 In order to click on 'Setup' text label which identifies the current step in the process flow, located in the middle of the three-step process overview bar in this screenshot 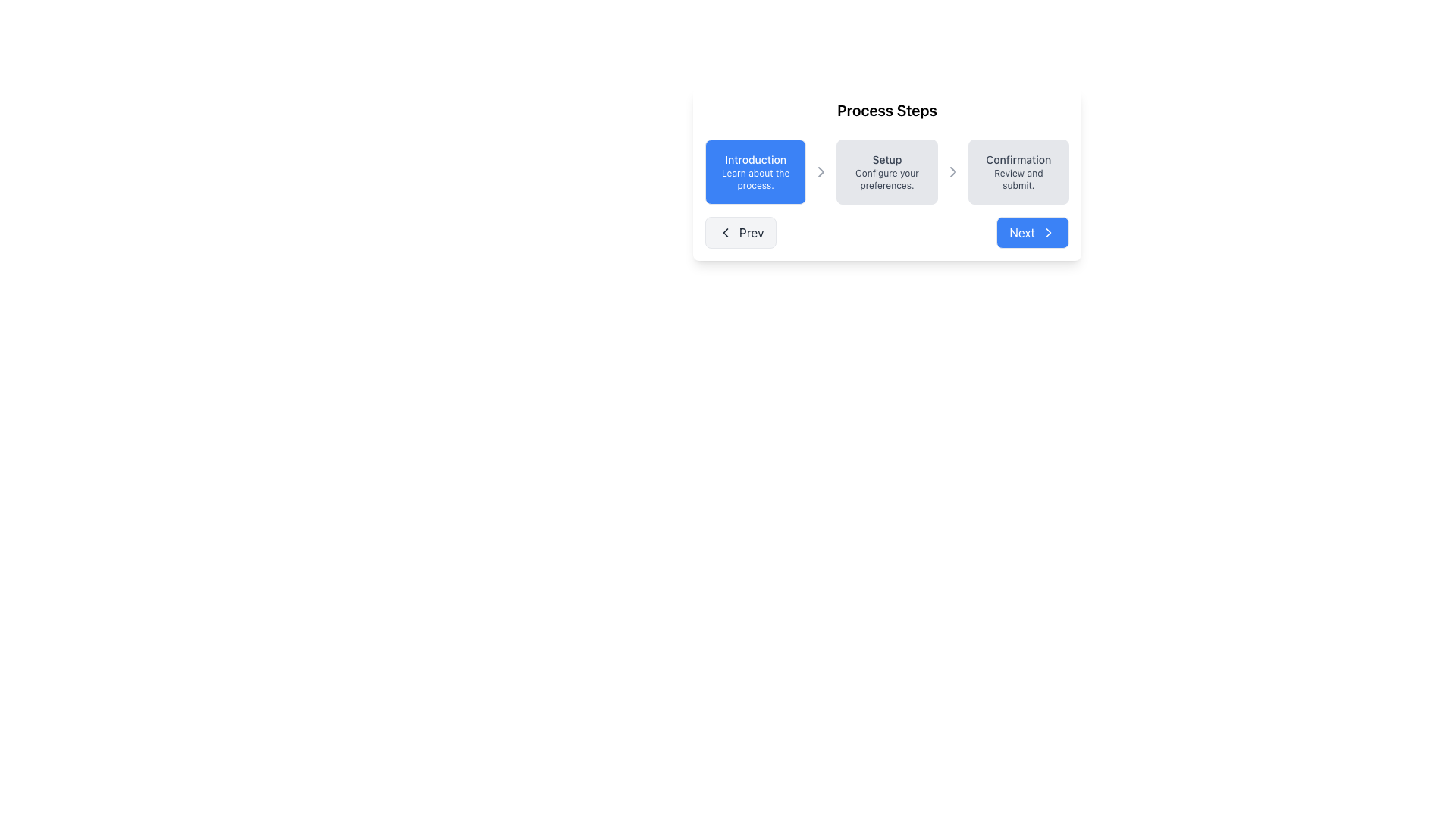, I will do `click(887, 160)`.